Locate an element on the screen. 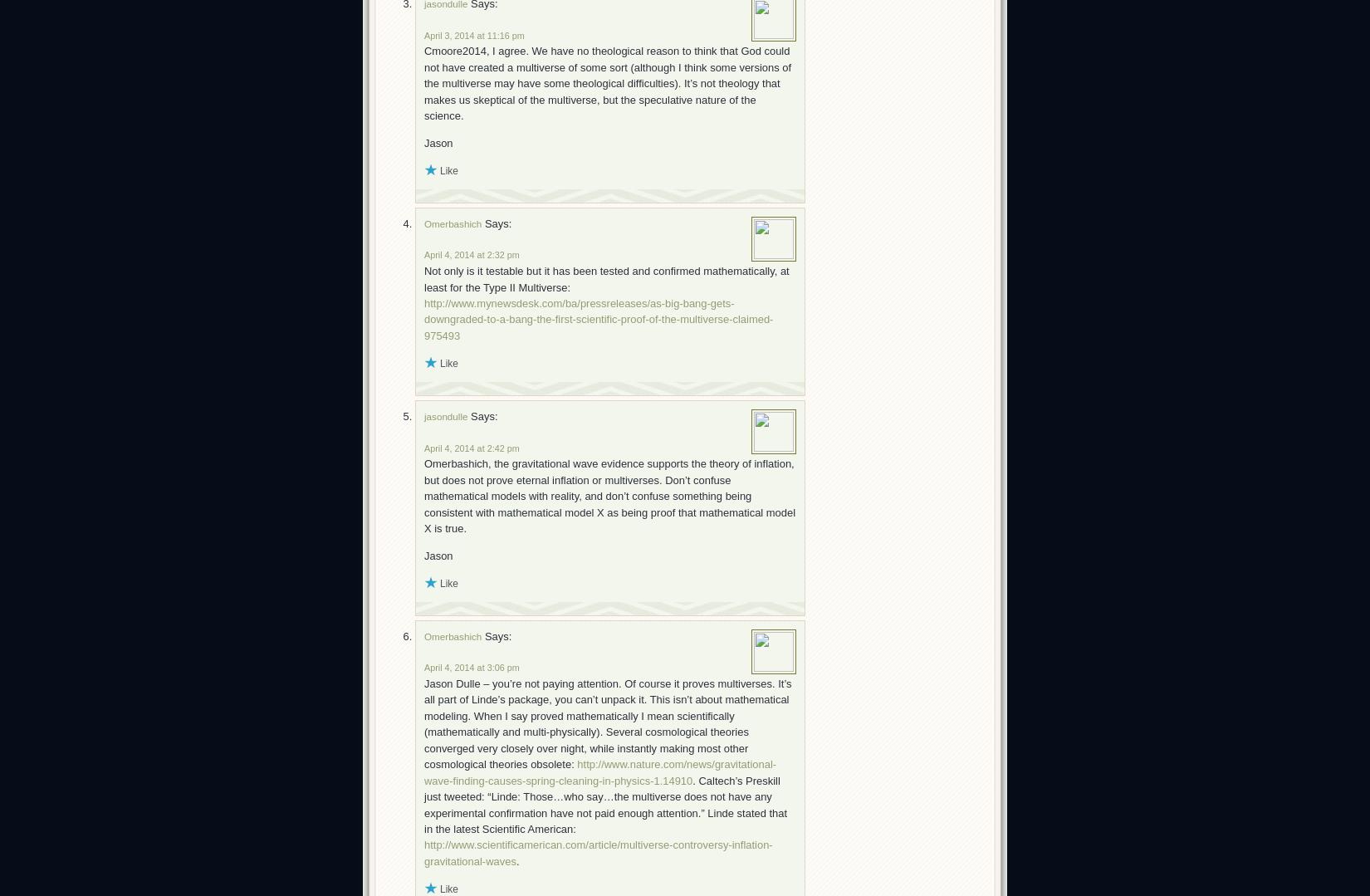 The width and height of the screenshot is (1370, 896). 'Omerbashich, the gravitational wave evidence supports the theory of inflation, but does not prove eternal inflation or multiverses.  Don’t confuse mathematical models with reality, and don’t confuse something being consistent with mathematical model X as being proof that mathematical model X is true.' is located at coordinates (609, 496).